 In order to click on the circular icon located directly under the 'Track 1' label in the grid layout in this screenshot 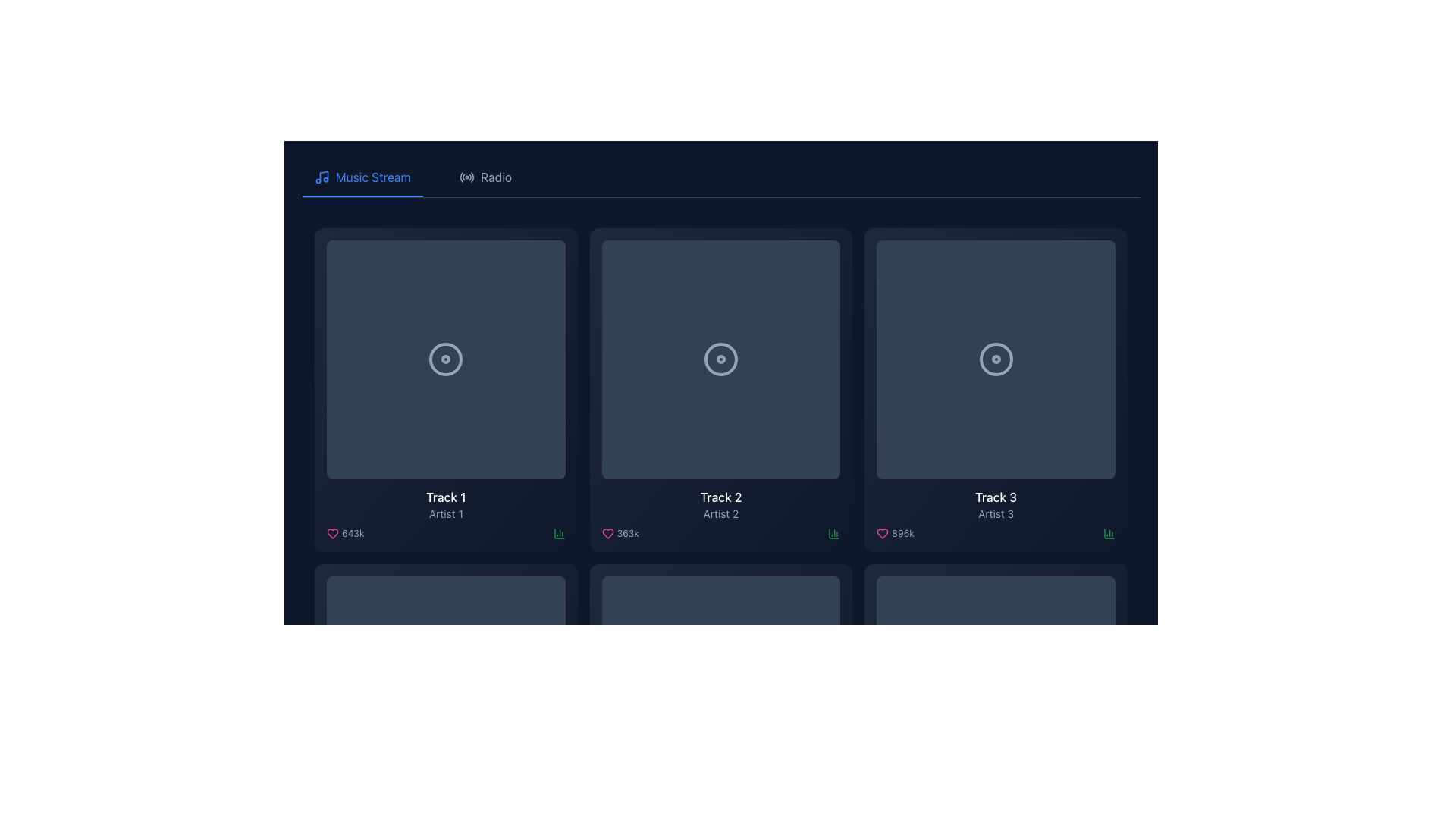, I will do `click(445, 359)`.